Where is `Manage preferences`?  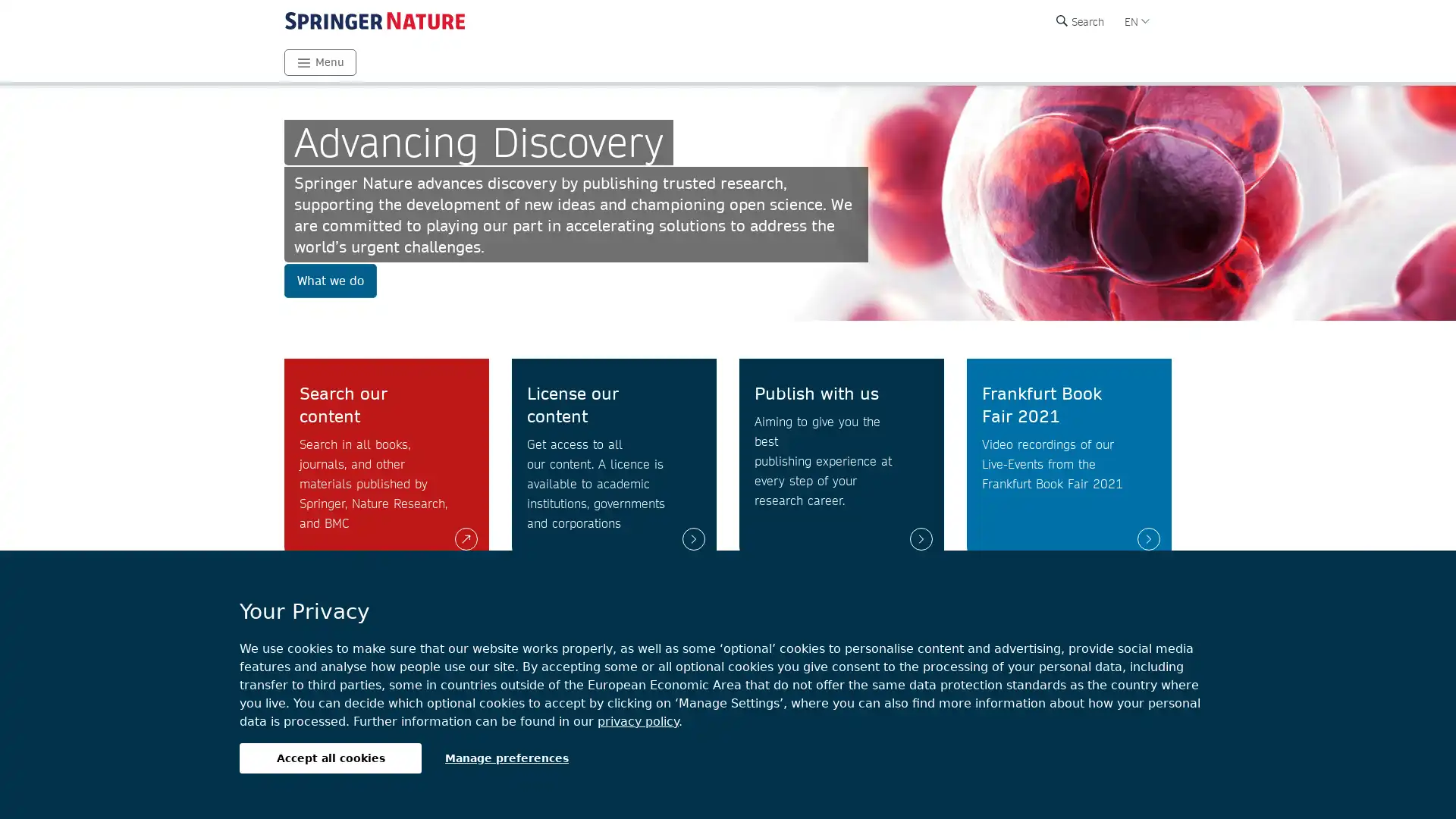
Manage preferences is located at coordinates (507, 758).